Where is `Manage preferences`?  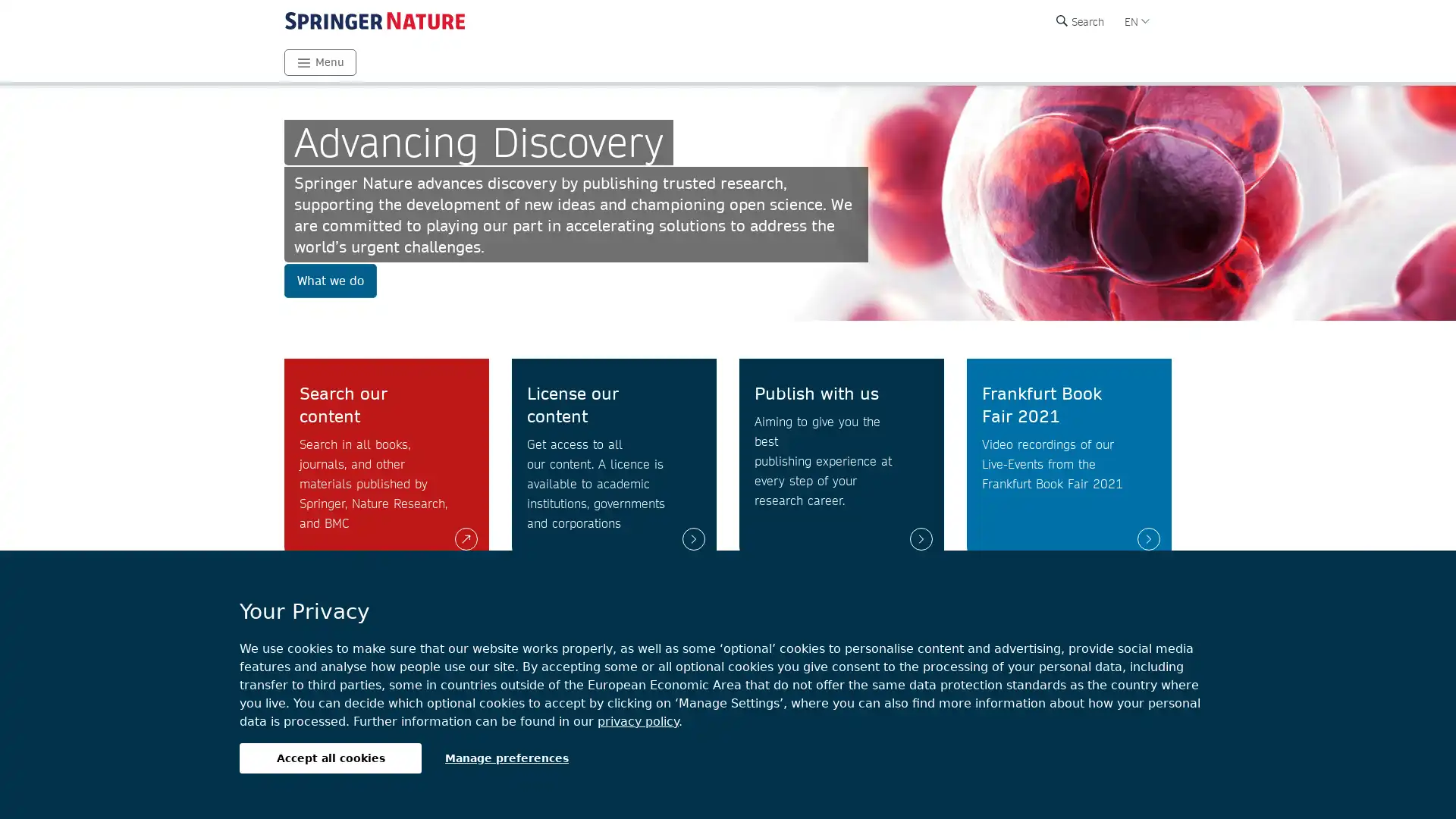
Manage preferences is located at coordinates (507, 758).